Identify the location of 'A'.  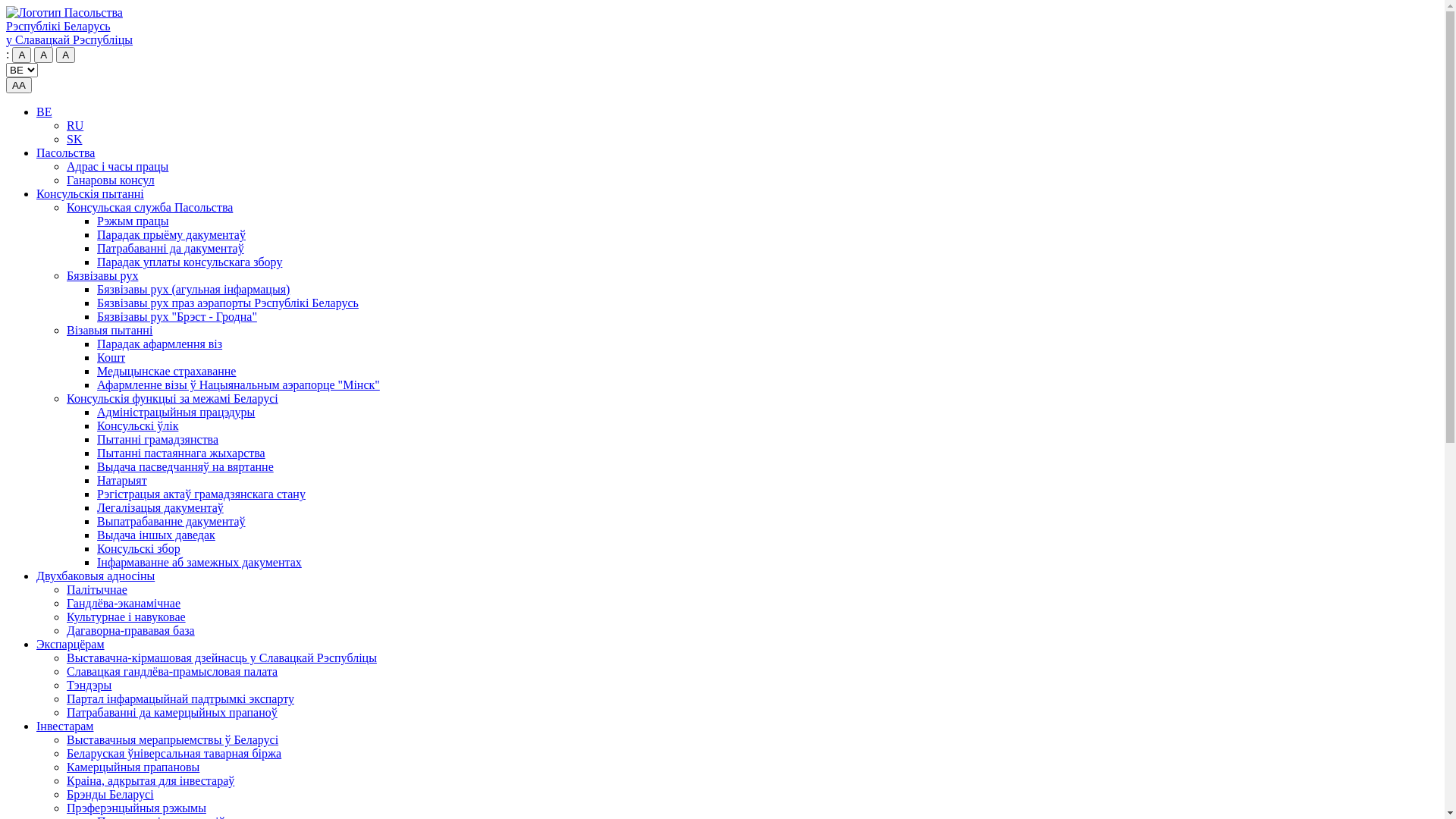
(43, 54).